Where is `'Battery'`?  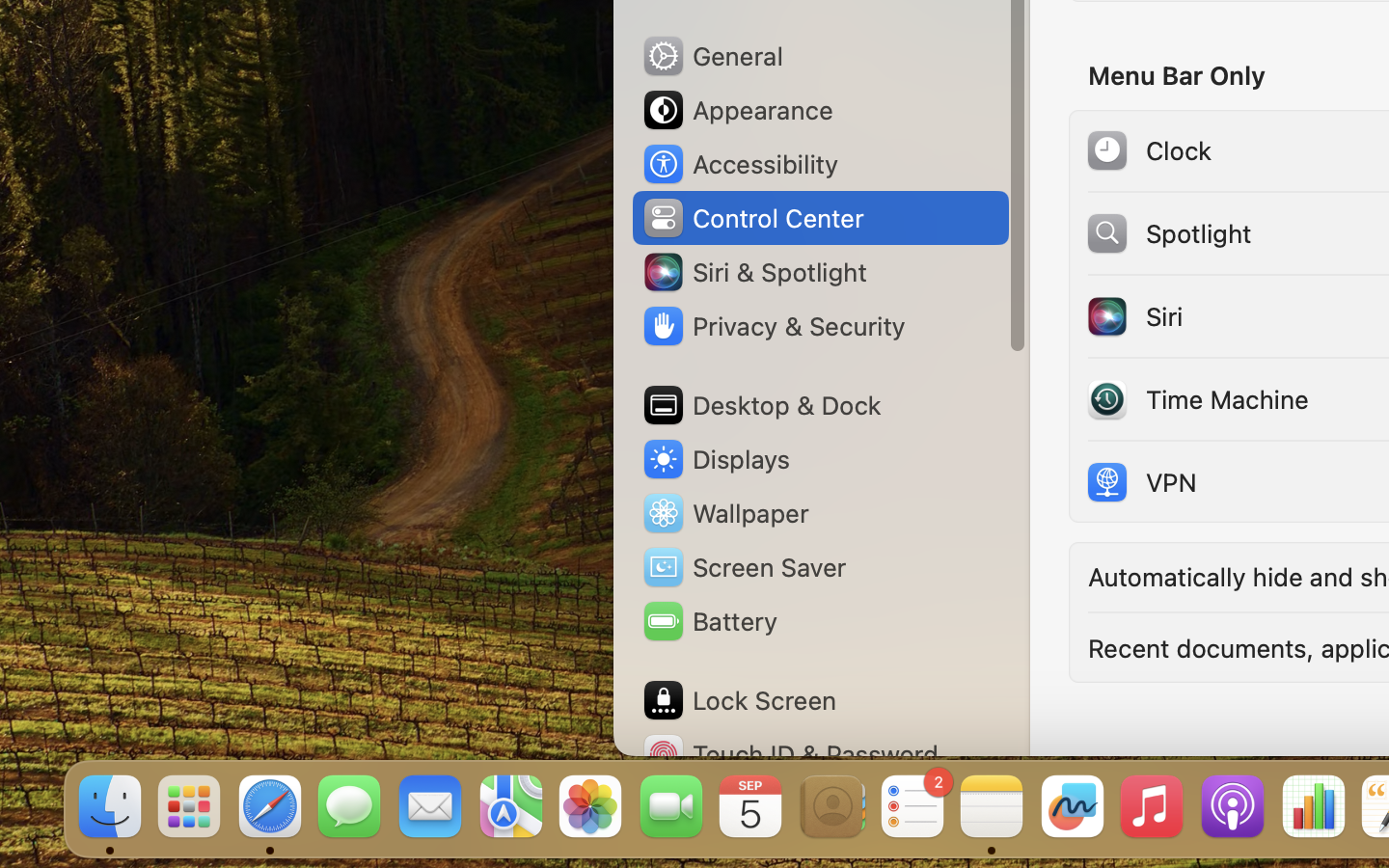 'Battery' is located at coordinates (707, 621).